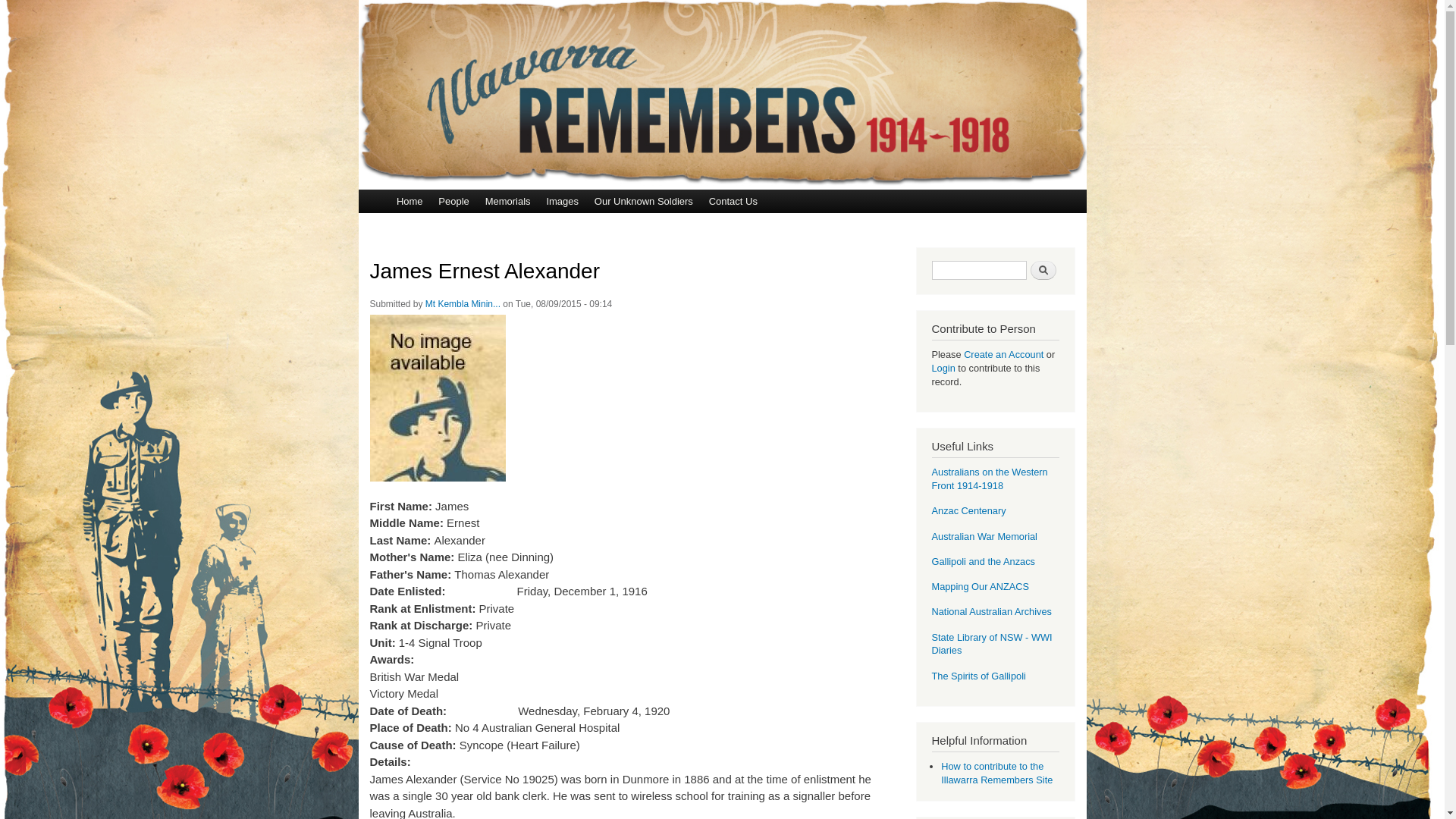 The image size is (1456, 819). Describe the element at coordinates (967, 510) in the screenshot. I see `'Anzac Centenary'` at that location.